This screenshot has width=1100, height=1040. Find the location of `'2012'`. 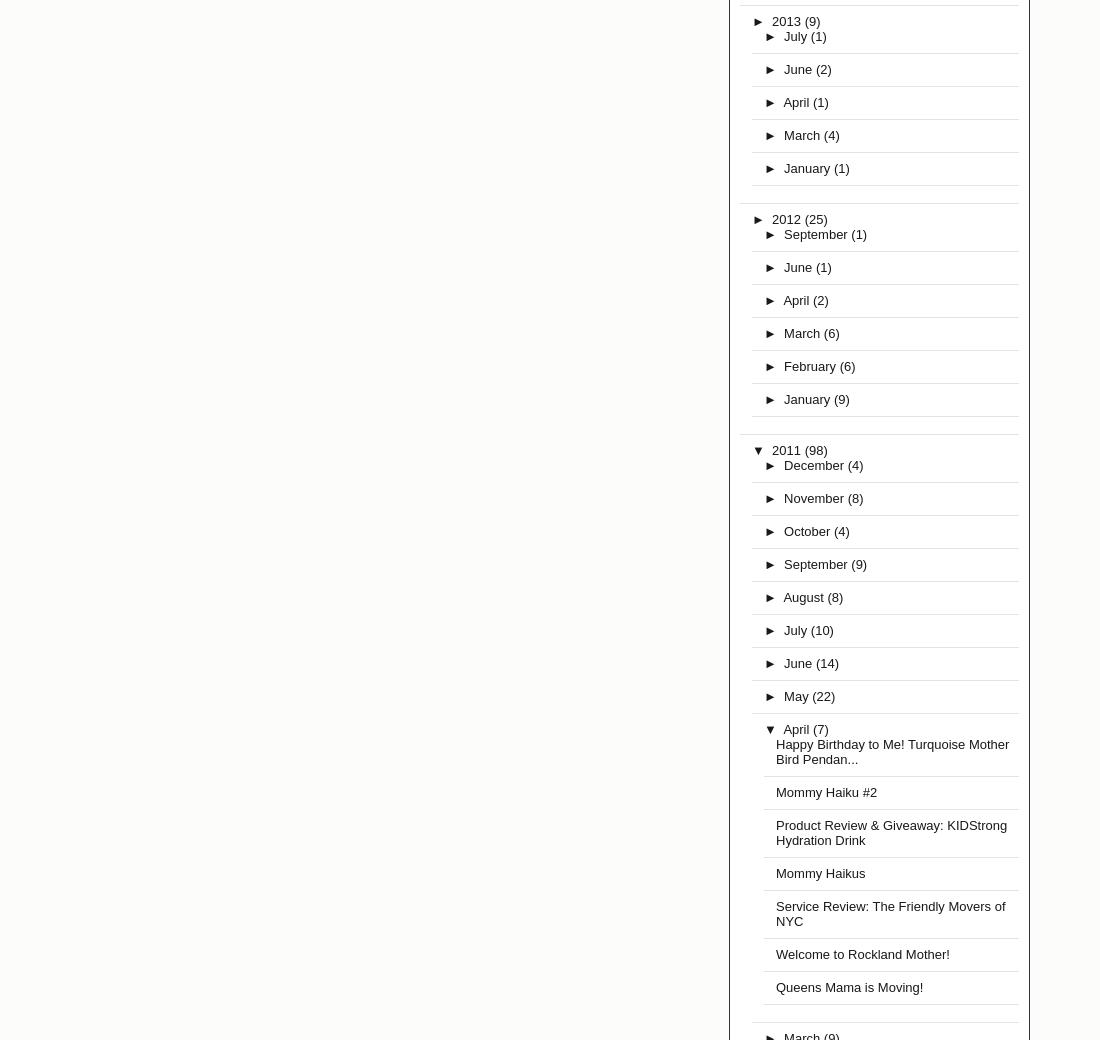

'2012' is located at coordinates (788, 219).